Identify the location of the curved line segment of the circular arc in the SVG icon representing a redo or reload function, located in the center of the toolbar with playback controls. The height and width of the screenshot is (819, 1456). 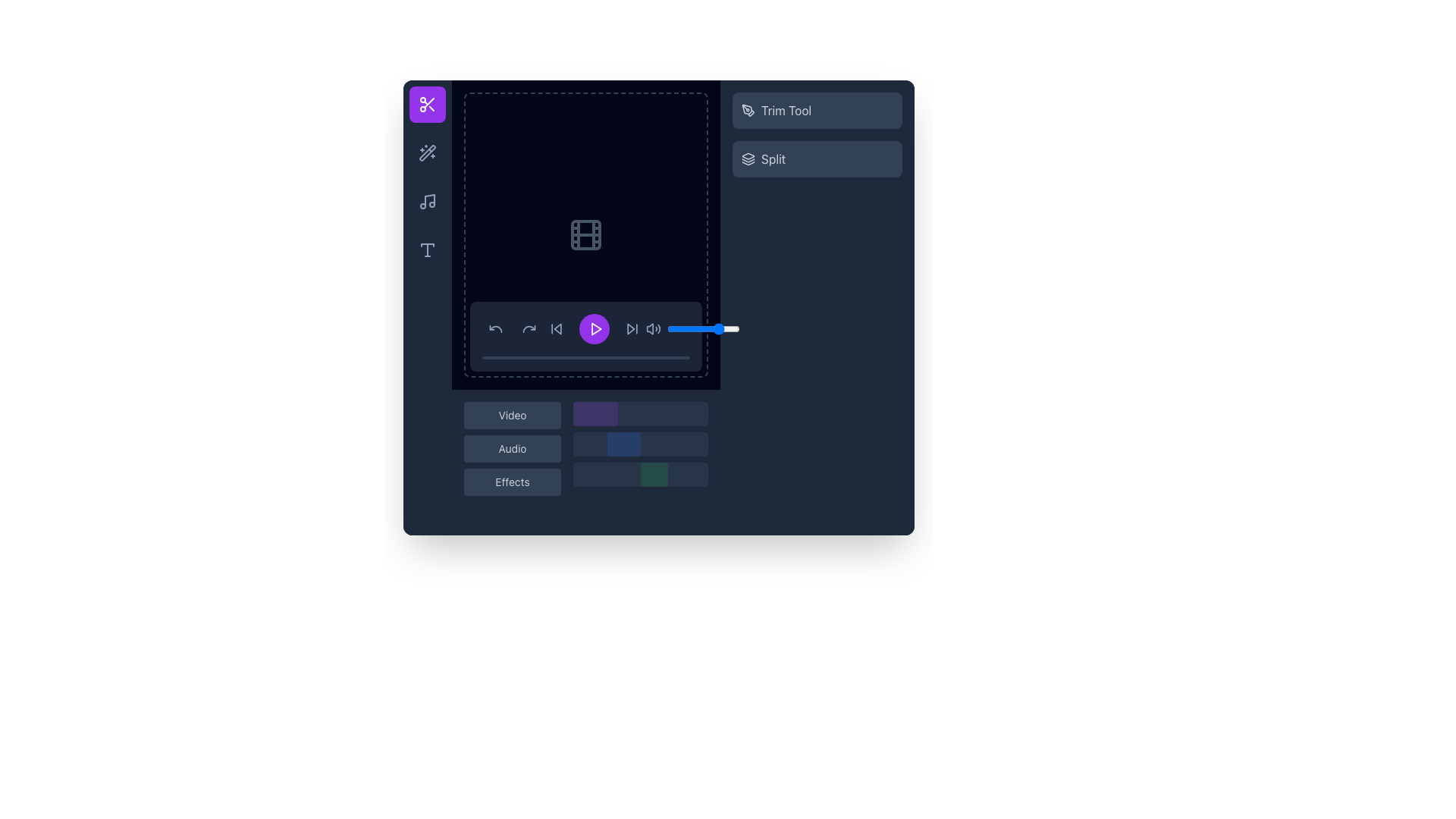
(529, 328).